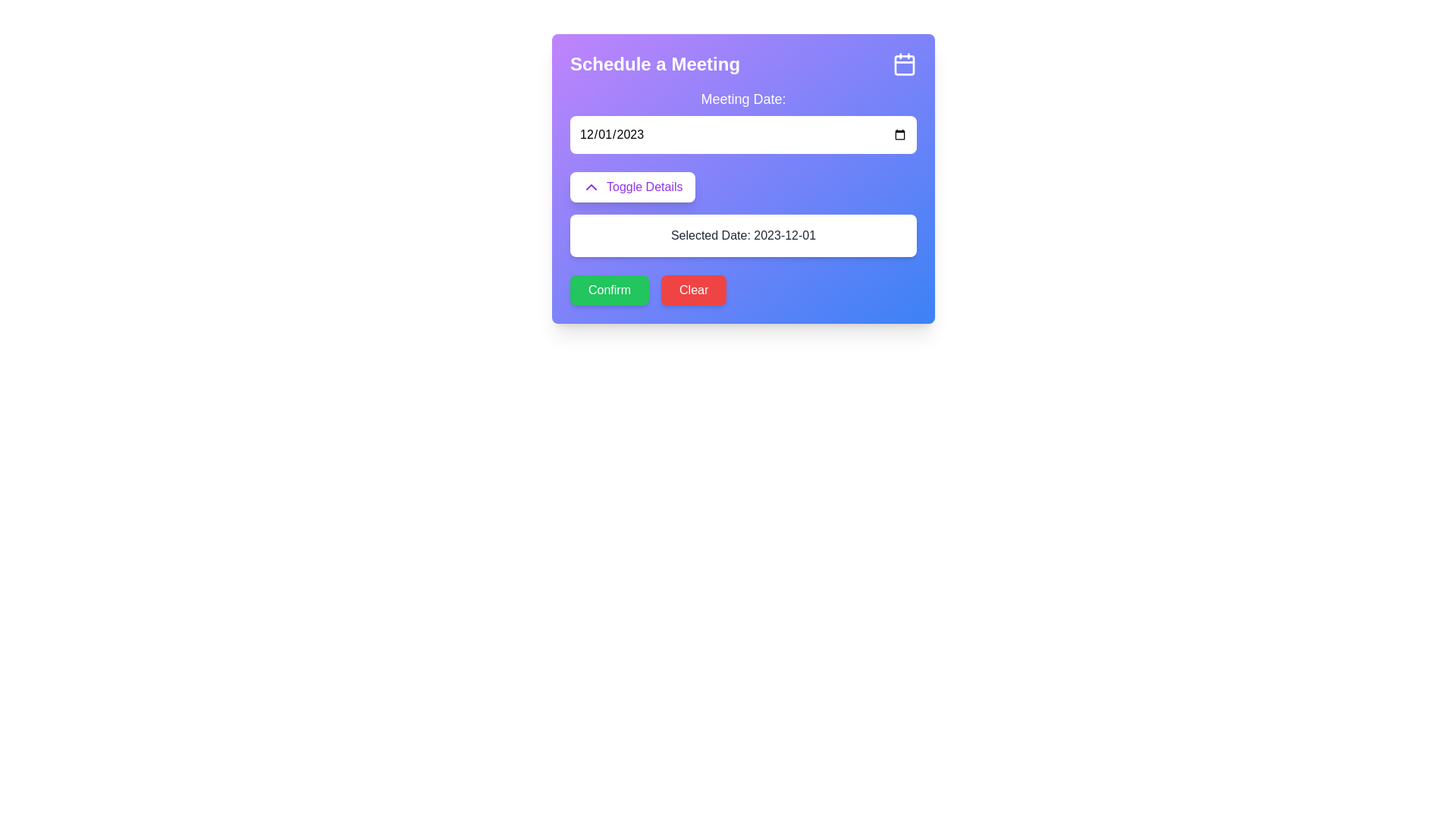  What do you see at coordinates (905, 64) in the screenshot?
I see `the Decorative Background Component, which is a rectangular shape with rounded corners serving as the background for the calendar icon in the top-right corner of the 'Schedule a Meeting' modal dialogue box` at bounding box center [905, 64].